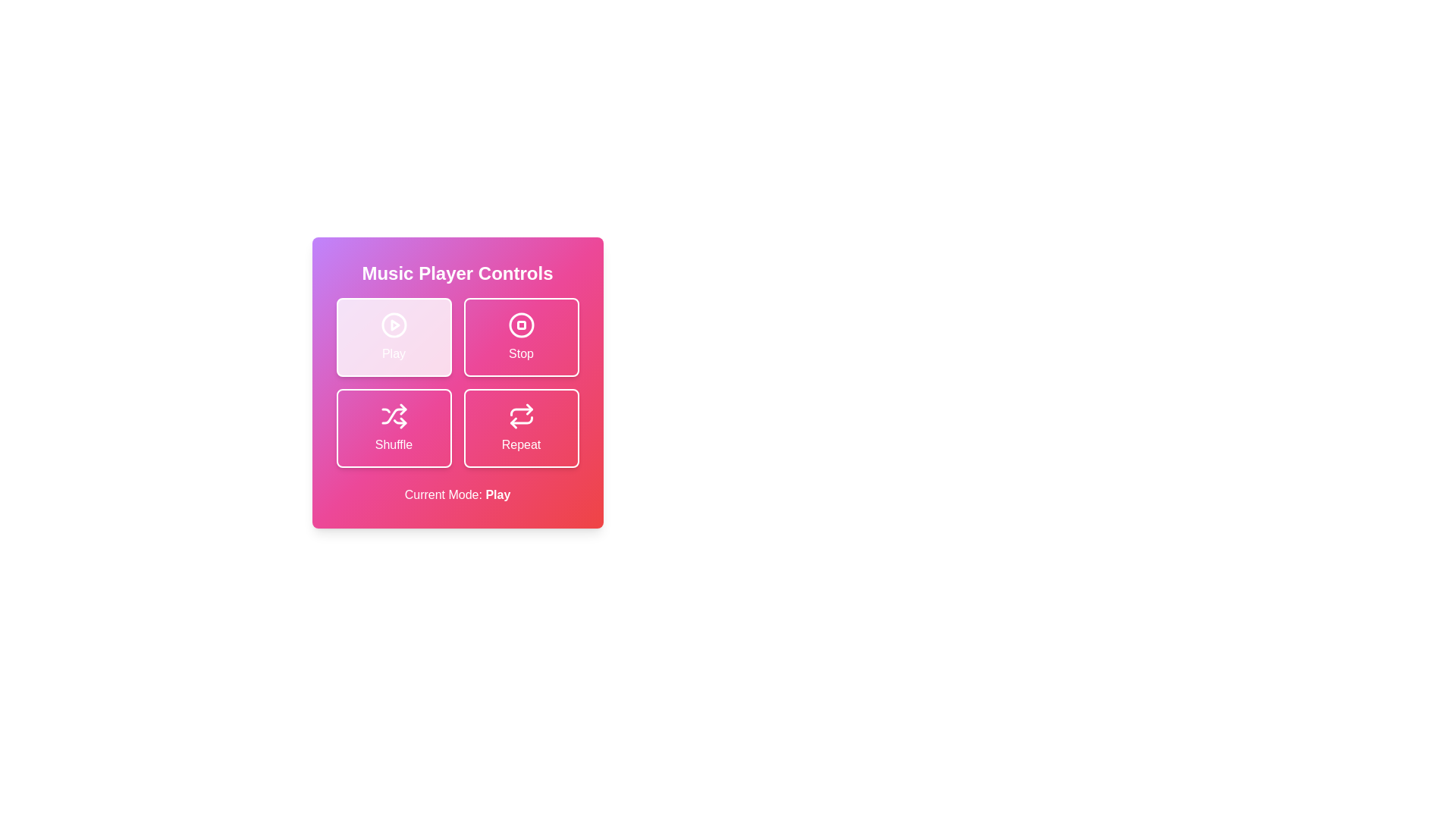 This screenshot has height=819, width=1456. Describe the element at coordinates (394, 428) in the screenshot. I see `the Shuffle button to observe its hover effect` at that location.